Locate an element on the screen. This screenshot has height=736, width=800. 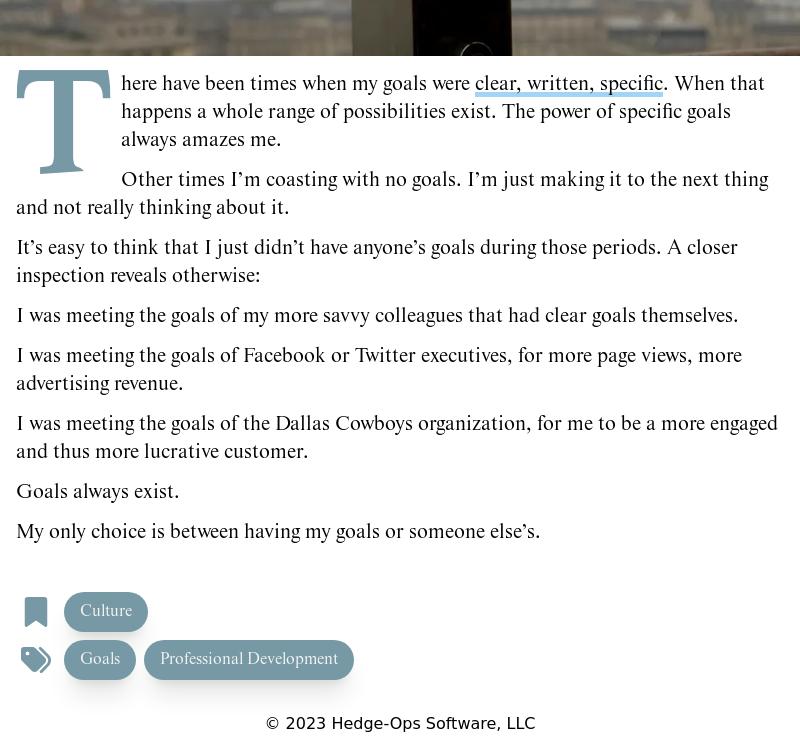
'2023' is located at coordinates (304, 723).